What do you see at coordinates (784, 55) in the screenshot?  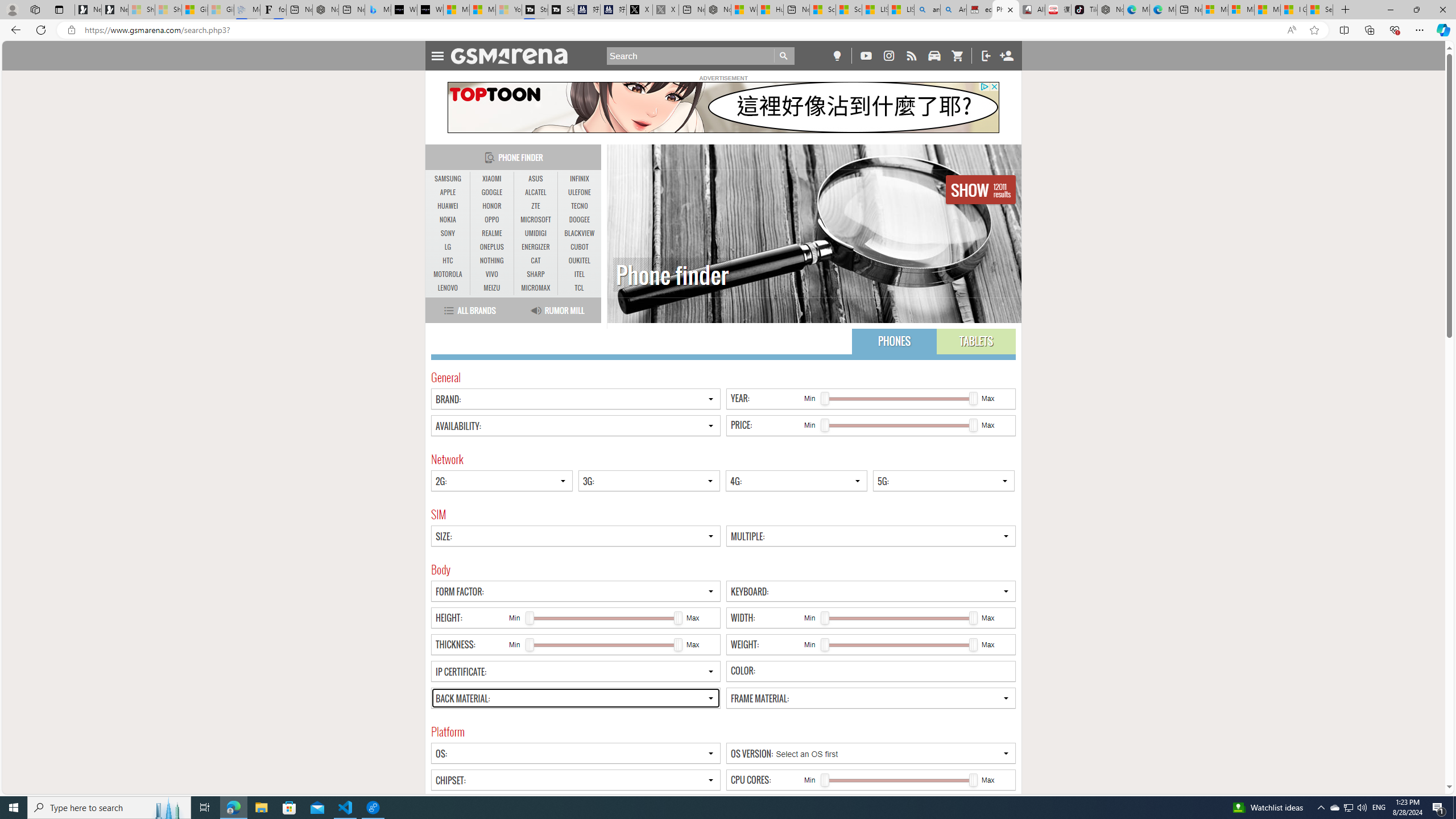 I see `'Go'` at bounding box center [784, 55].